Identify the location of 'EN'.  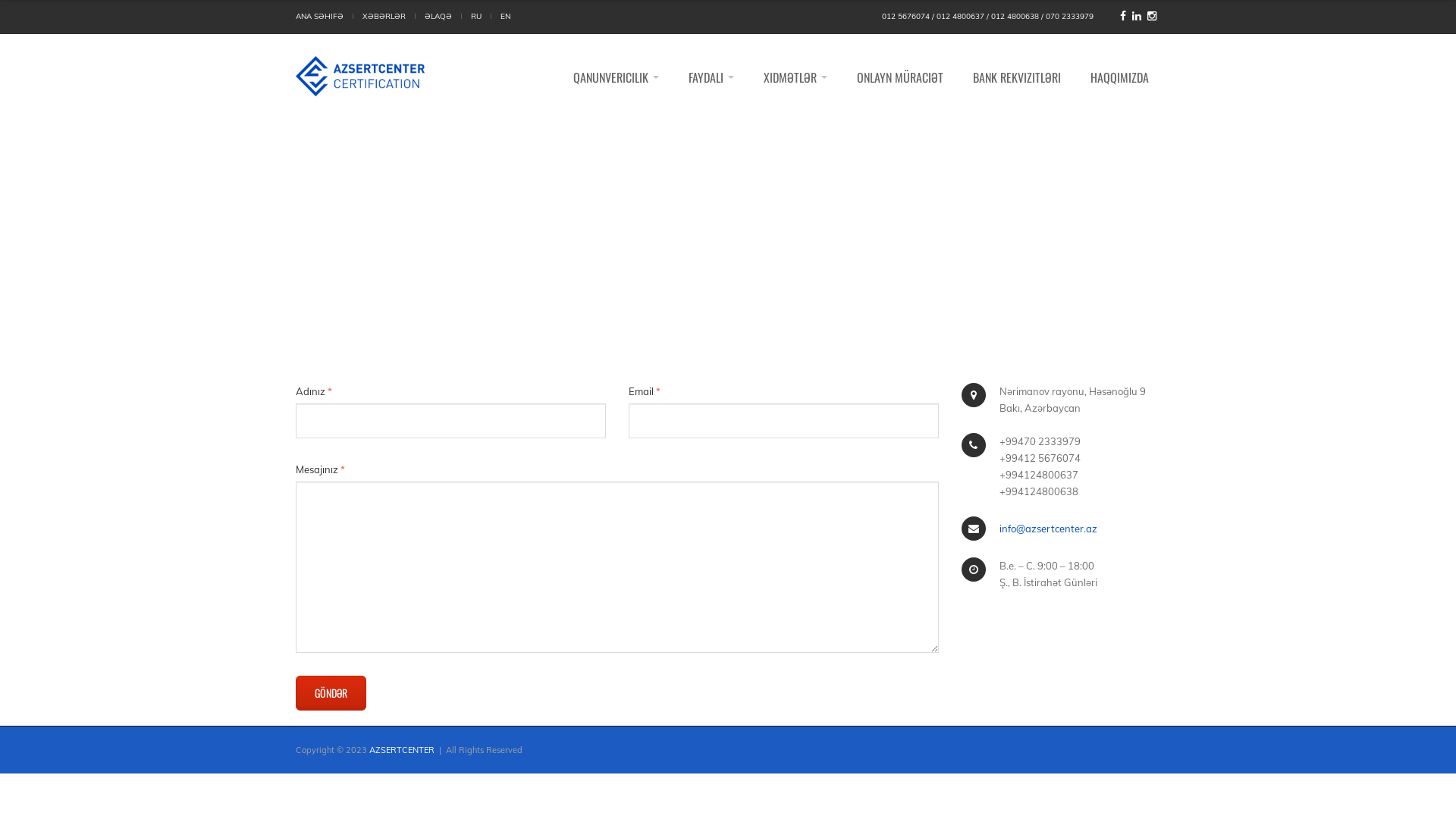
(505, 17).